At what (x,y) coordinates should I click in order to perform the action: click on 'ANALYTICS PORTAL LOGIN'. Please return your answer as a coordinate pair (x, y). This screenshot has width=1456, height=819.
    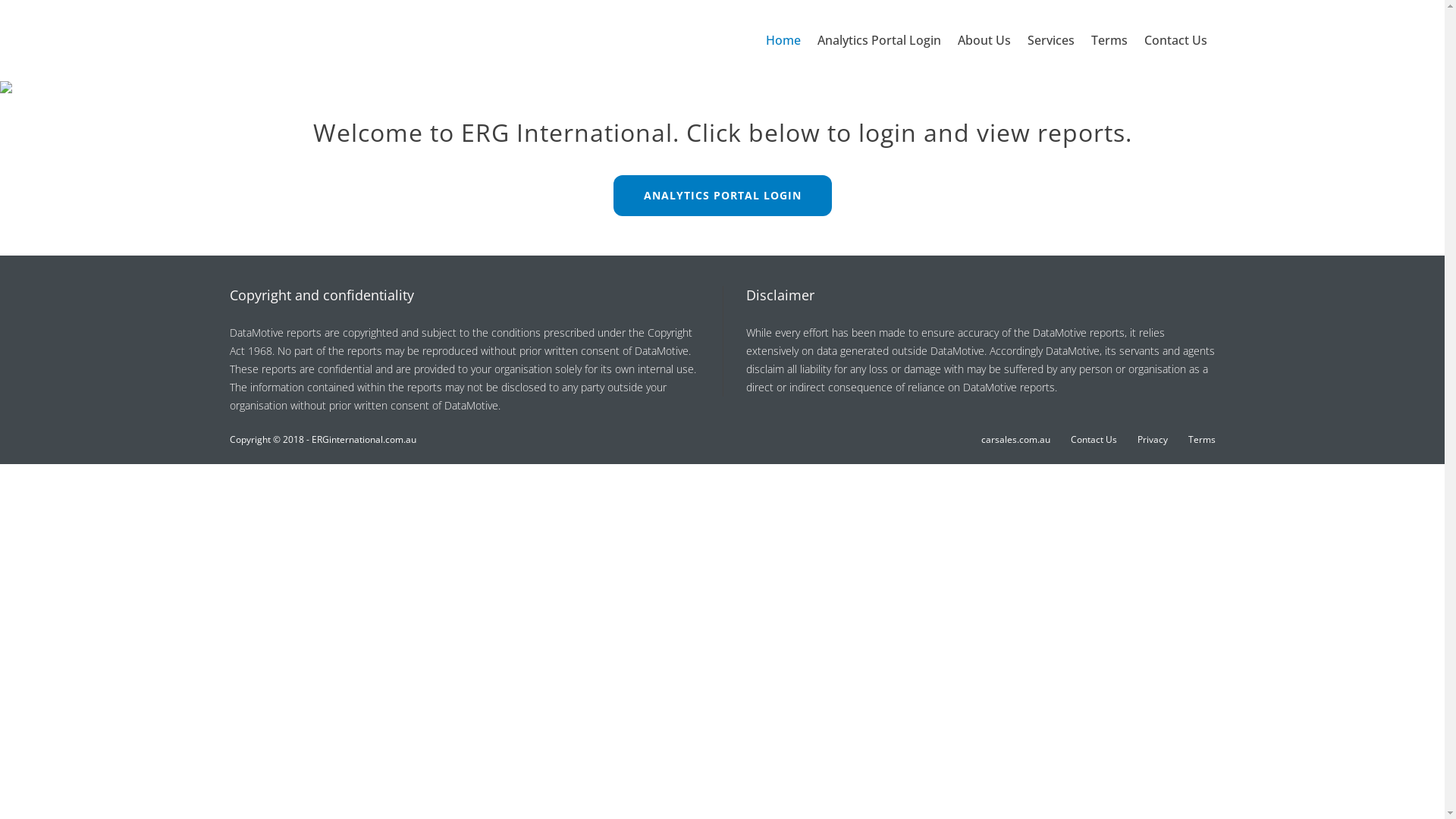
    Looking at the image, I should click on (720, 195).